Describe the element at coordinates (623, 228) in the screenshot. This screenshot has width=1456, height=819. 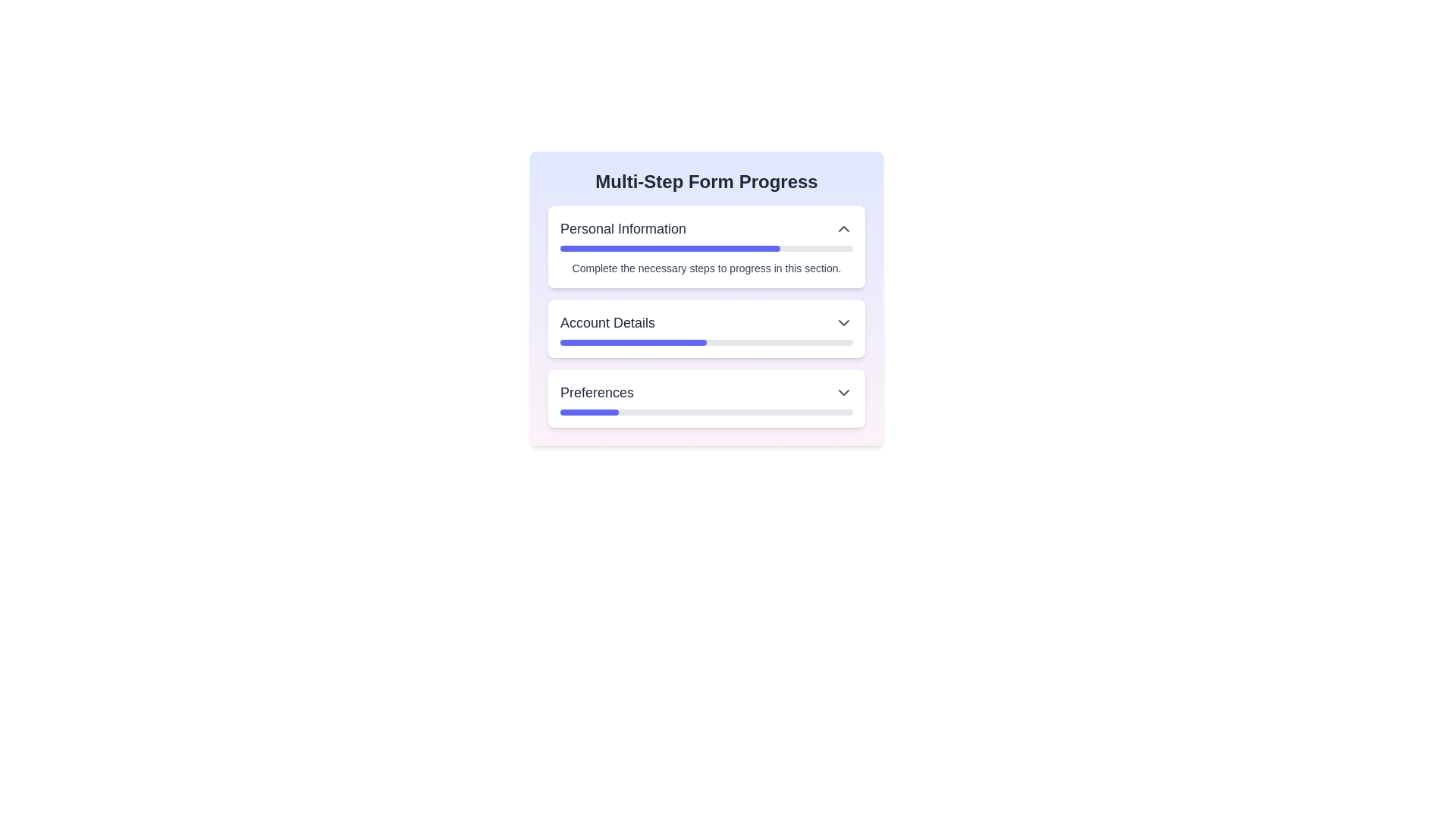
I see `the 'Personal Information' static text label, which is prominently positioned at the top of its section card in a large, bold, dark gray font` at that location.